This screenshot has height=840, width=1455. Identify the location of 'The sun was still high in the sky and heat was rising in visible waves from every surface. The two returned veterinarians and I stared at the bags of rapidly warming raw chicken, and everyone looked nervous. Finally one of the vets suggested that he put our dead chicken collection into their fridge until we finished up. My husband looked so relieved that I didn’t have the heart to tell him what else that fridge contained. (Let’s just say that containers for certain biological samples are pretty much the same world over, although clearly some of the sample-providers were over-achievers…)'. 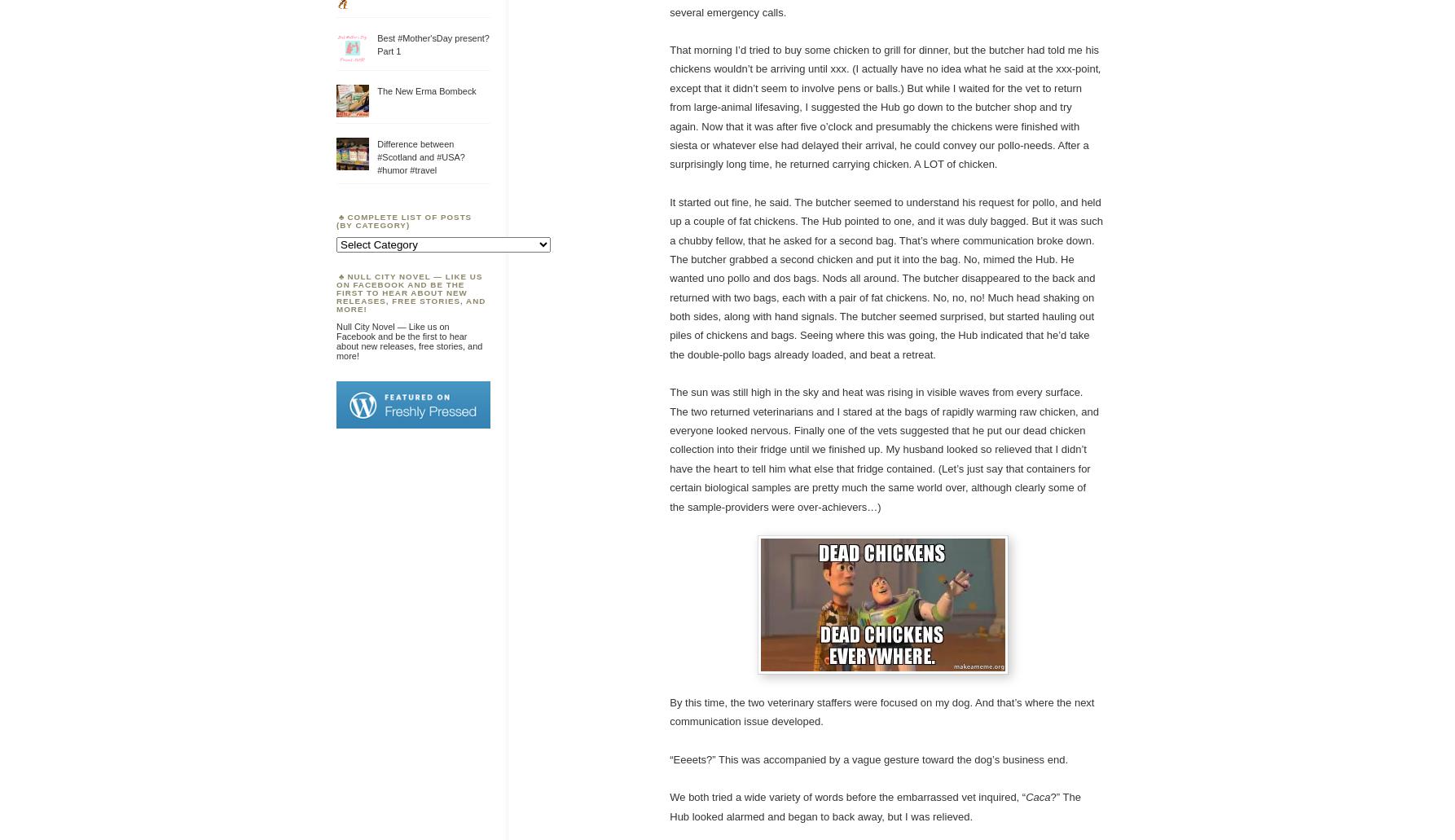
(883, 448).